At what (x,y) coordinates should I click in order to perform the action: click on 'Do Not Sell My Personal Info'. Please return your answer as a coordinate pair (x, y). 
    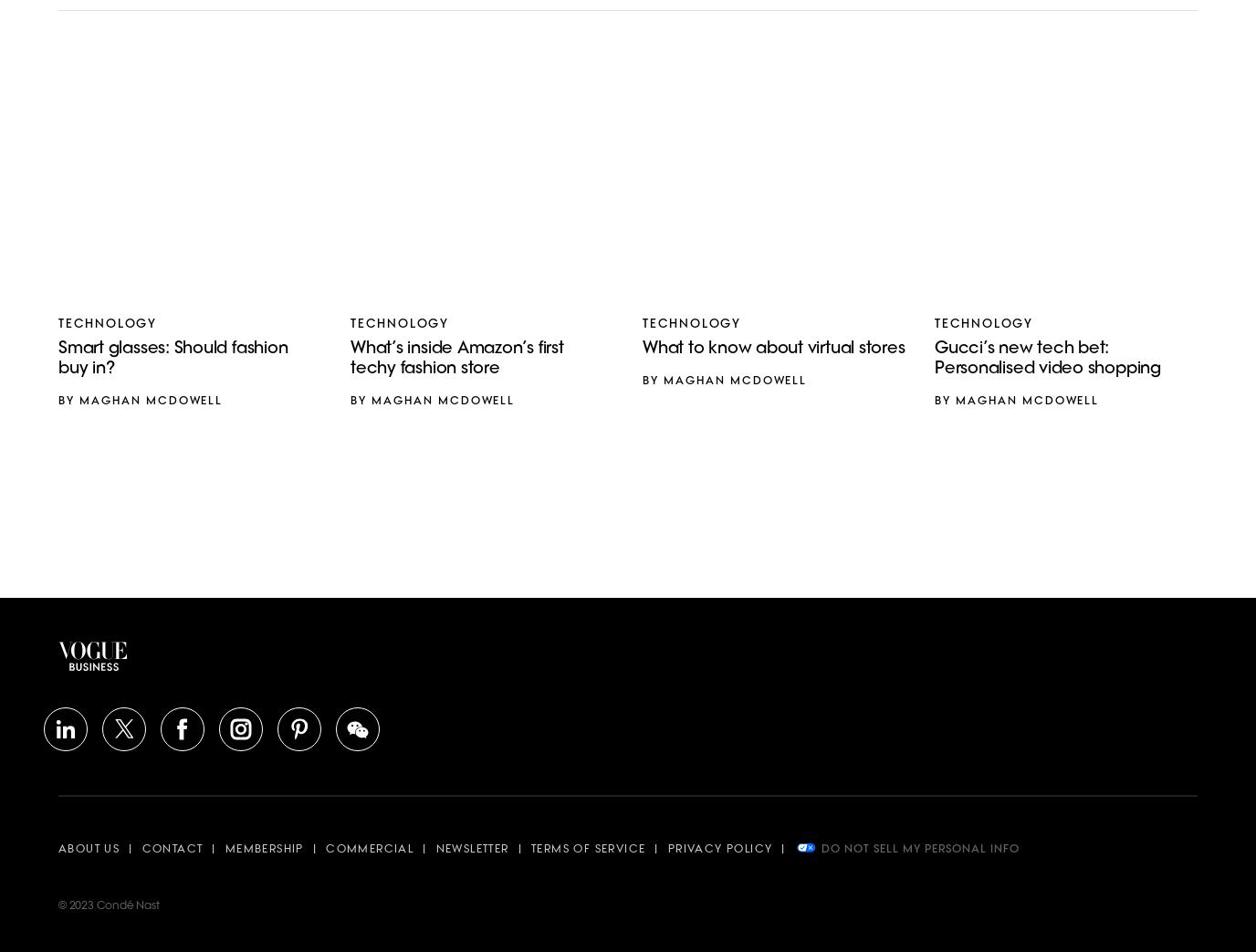
    Looking at the image, I should click on (820, 848).